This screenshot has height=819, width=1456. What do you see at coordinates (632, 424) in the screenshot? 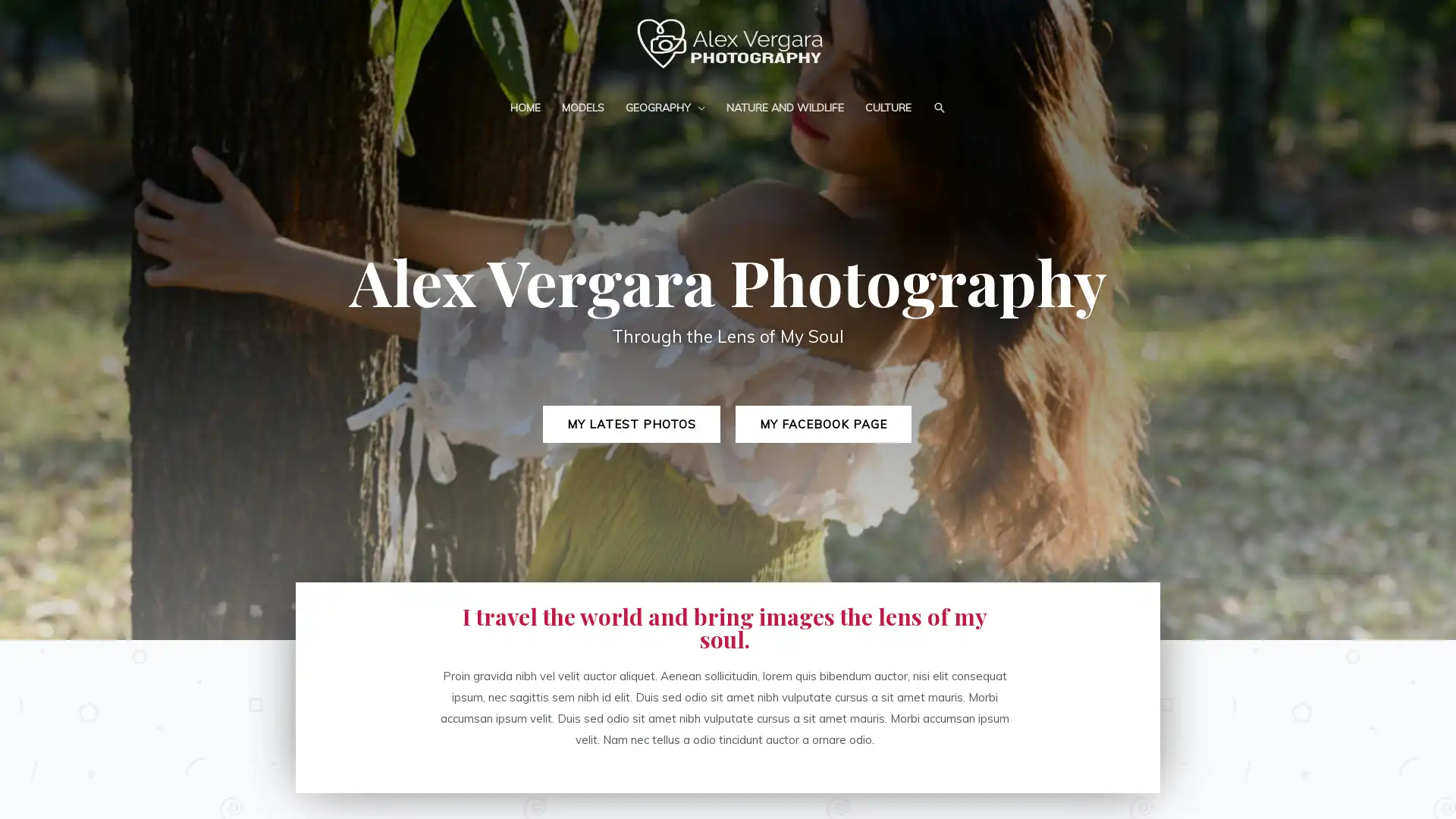
I see `MY LATEST PHOTOS` at bounding box center [632, 424].